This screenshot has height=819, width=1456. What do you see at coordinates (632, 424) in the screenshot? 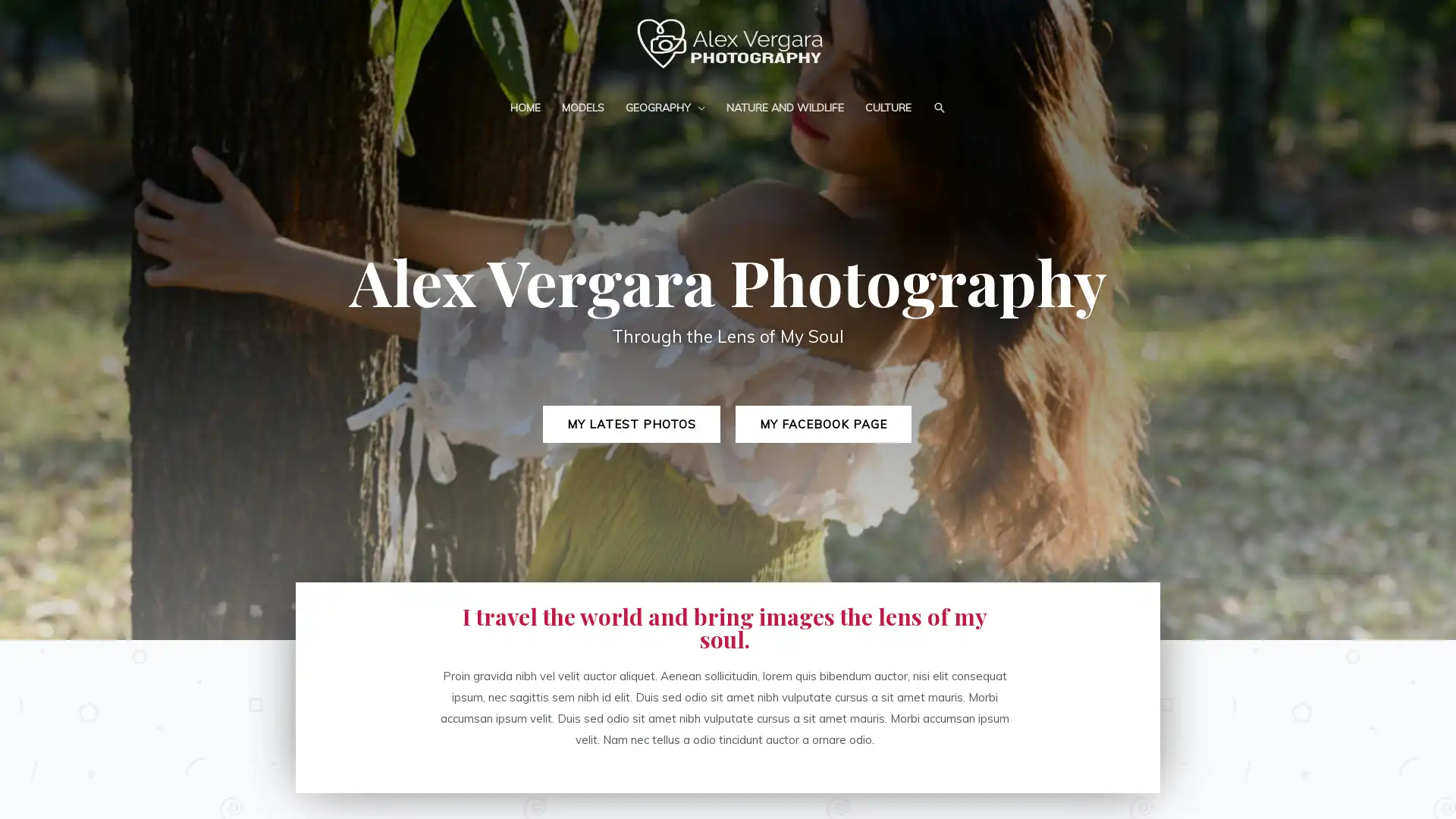
I see `MY LATEST PHOTOS` at bounding box center [632, 424].